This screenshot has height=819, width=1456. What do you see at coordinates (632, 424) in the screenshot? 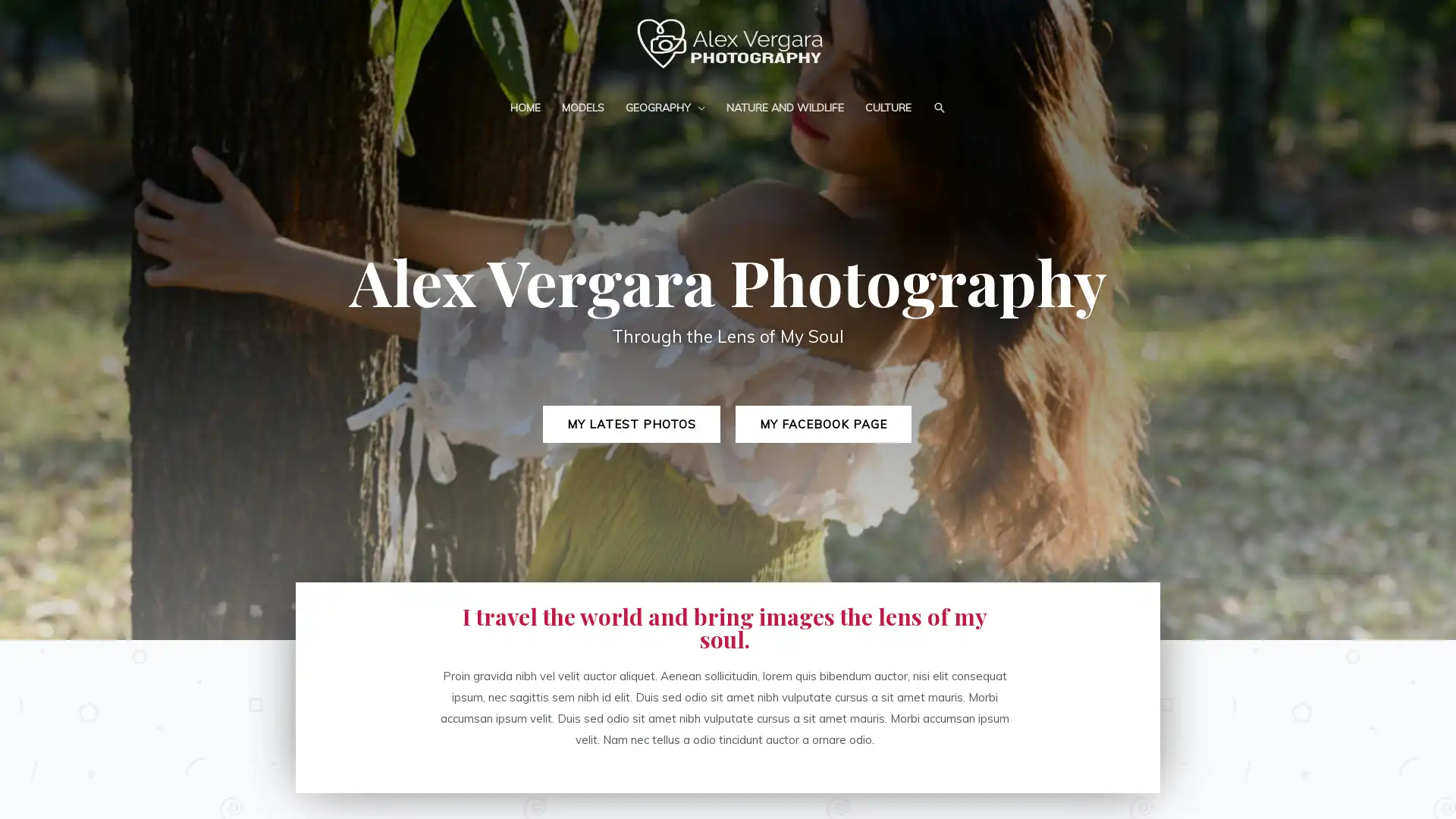
I see `MY LATEST PHOTOS` at bounding box center [632, 424].